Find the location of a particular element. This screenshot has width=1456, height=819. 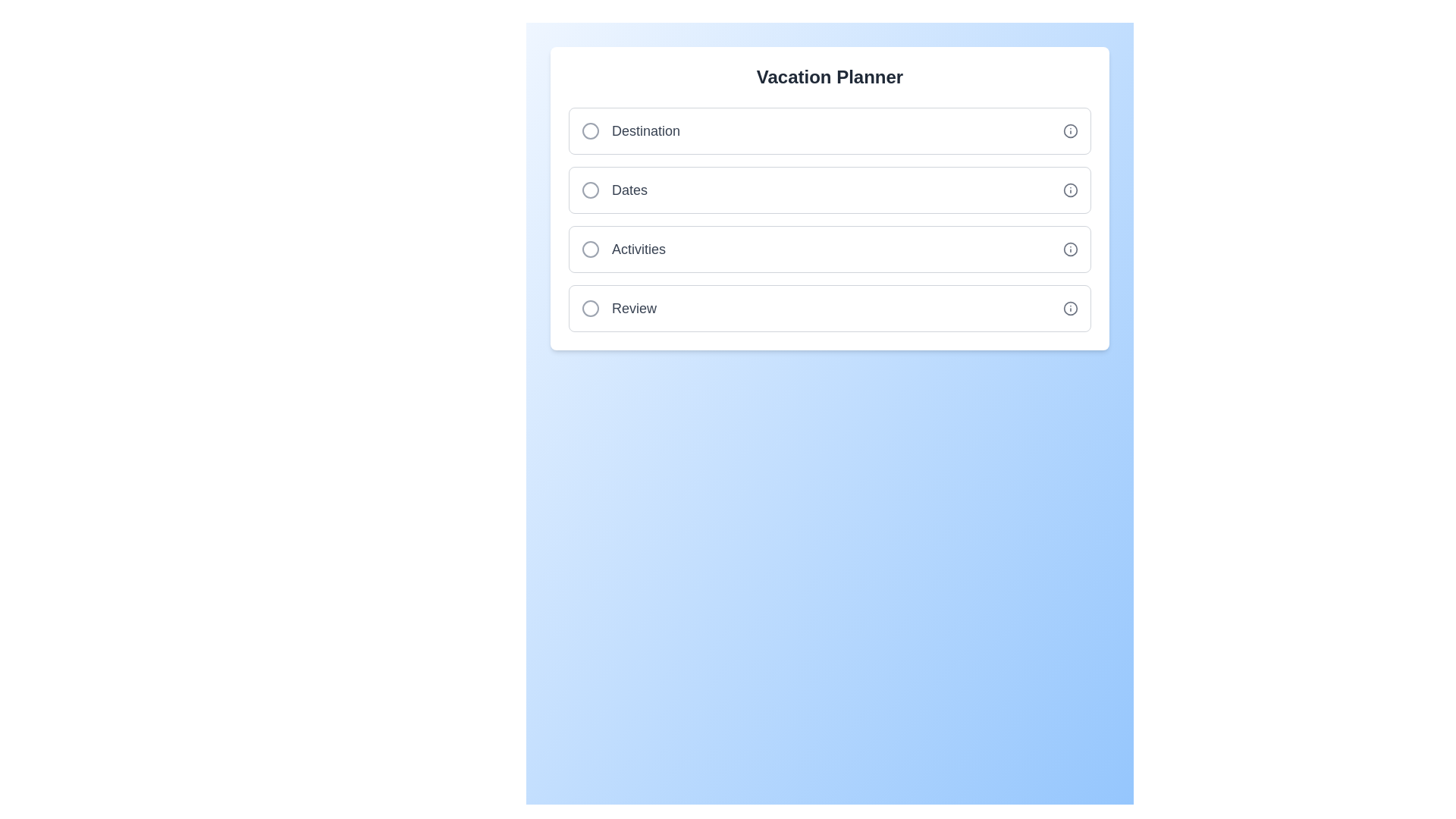

the 'Info' icon of the Destination step to view additional information is located at coordinates (1069, 130).